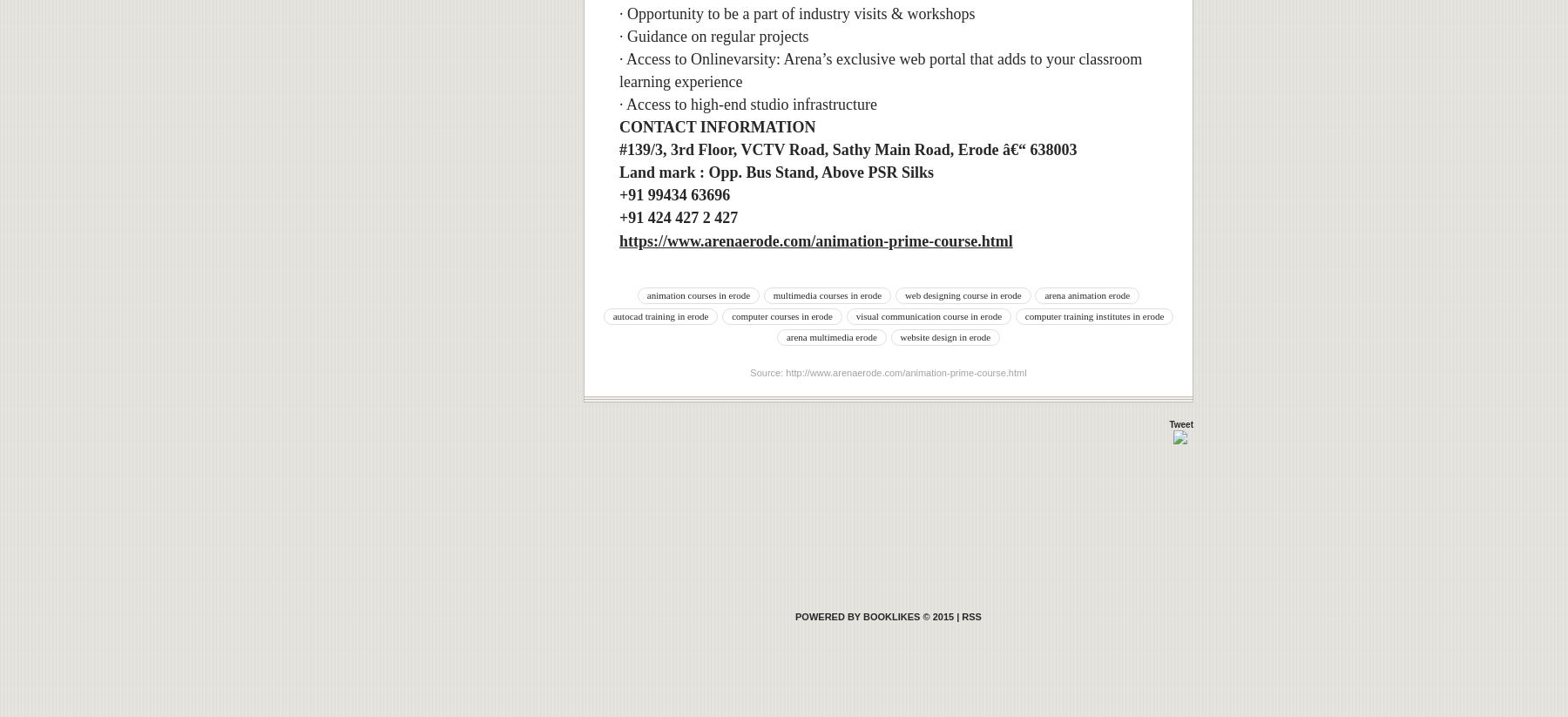 Image resolution: width=1568 pixels, height=717 pixels. Describe the element at coordinates (698, 294) in the screenshot. I see `'animation courses in erode'` at that location.